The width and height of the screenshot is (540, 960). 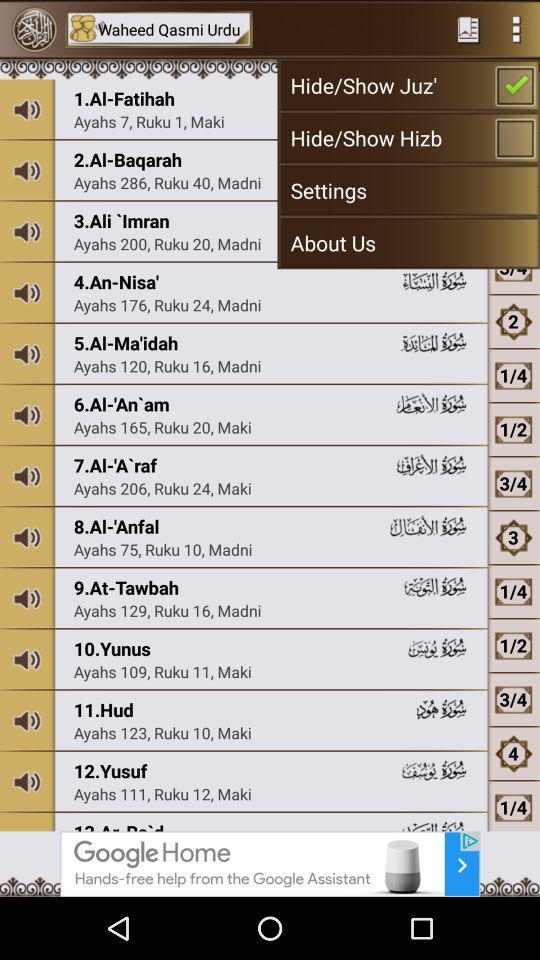 What do you see at coordinates (270, 863) in the screenshot?
I see `find out more` at bounding box center [270, 863].